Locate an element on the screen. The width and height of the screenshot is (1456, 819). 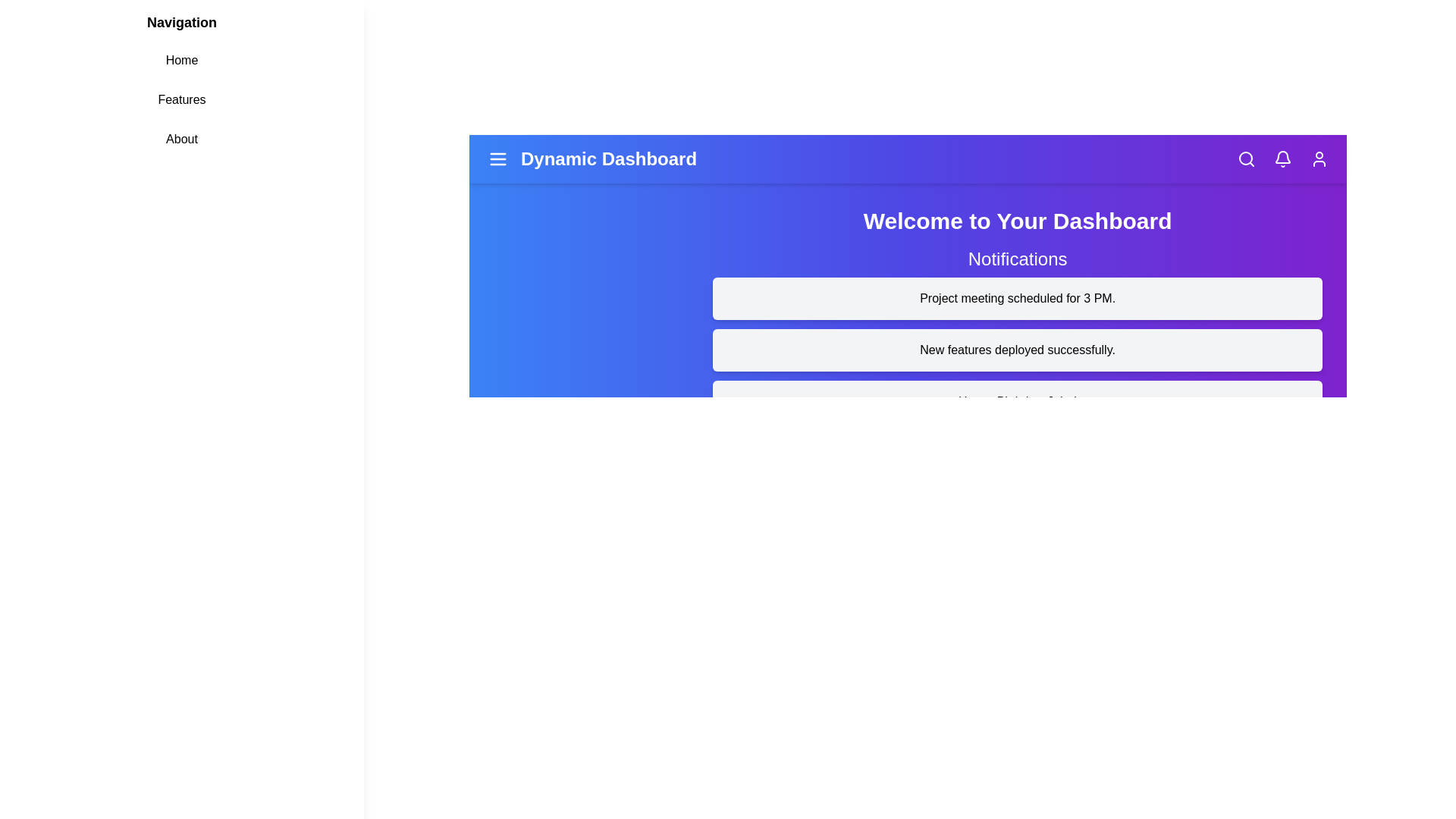
the 'Home' link in the navigation menu to navigate to the 'Home' section is located at coordinates (182, 60).